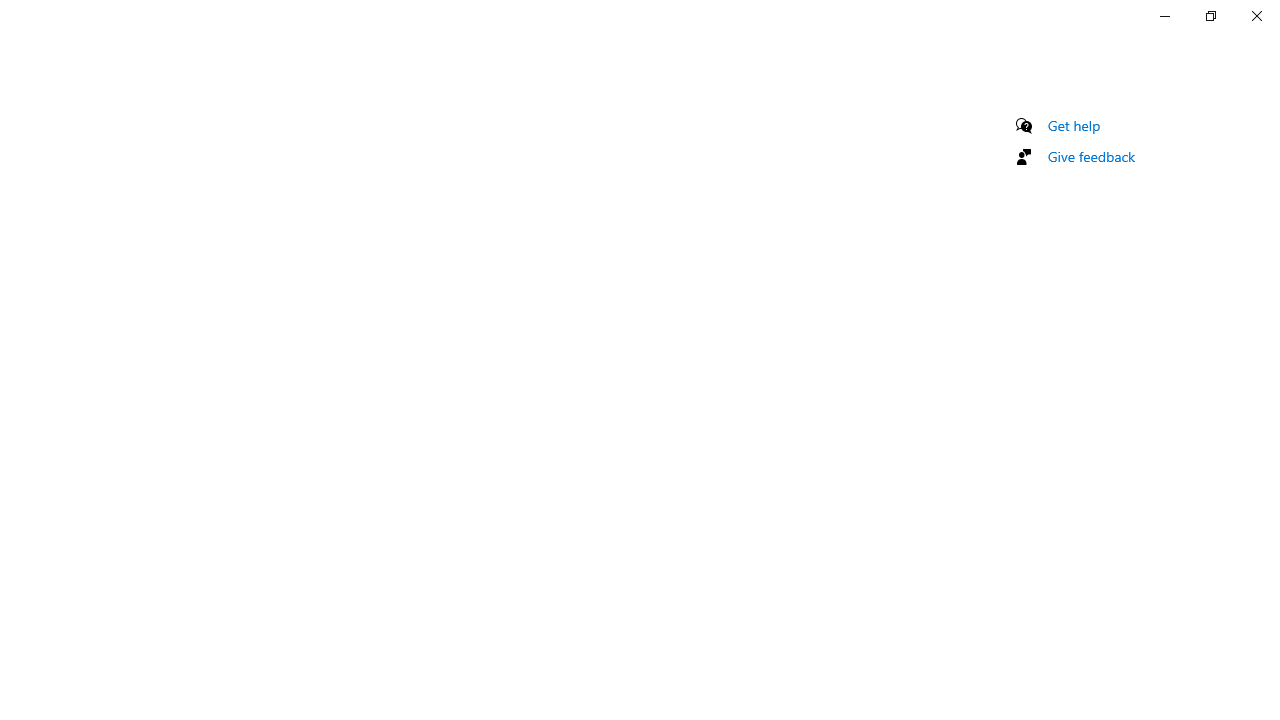 This screenshot has width=1280, height=720. I want to click on 'Restore Settings', so click(1209, 15).